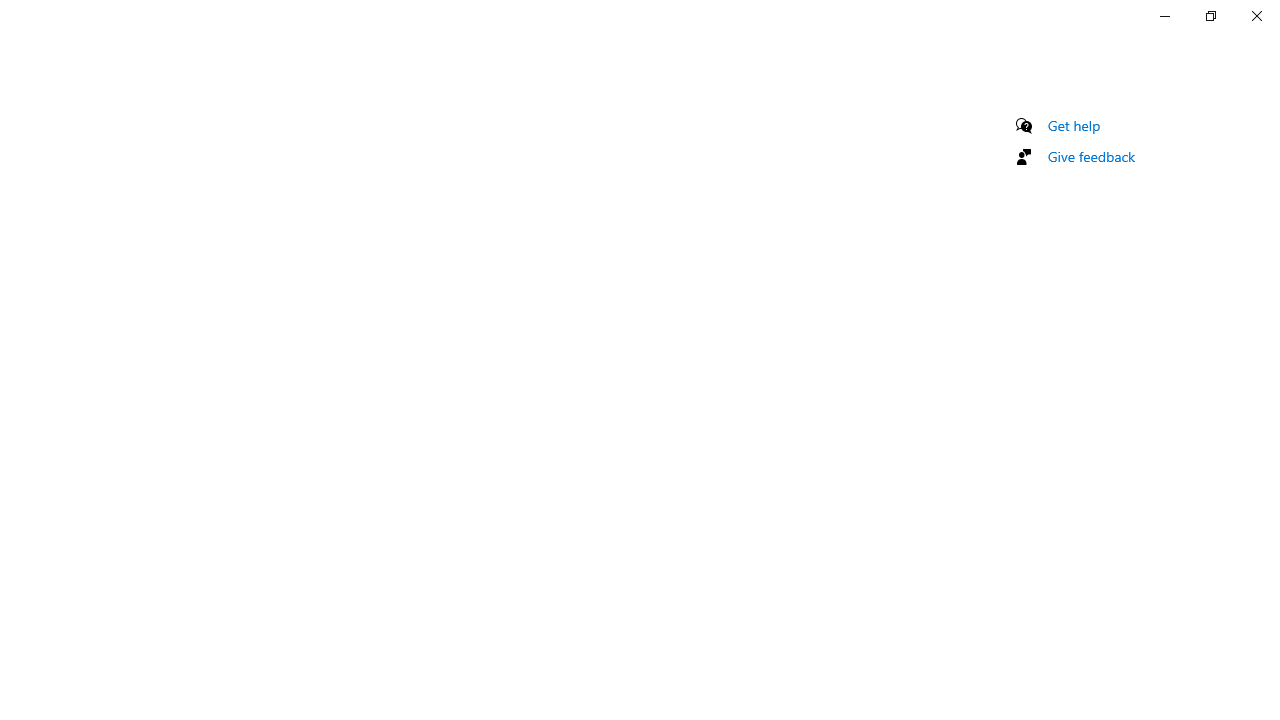 This screenshot has width=1280, height=720. I want to click on 'Restore Settings', so click(1209, 15).